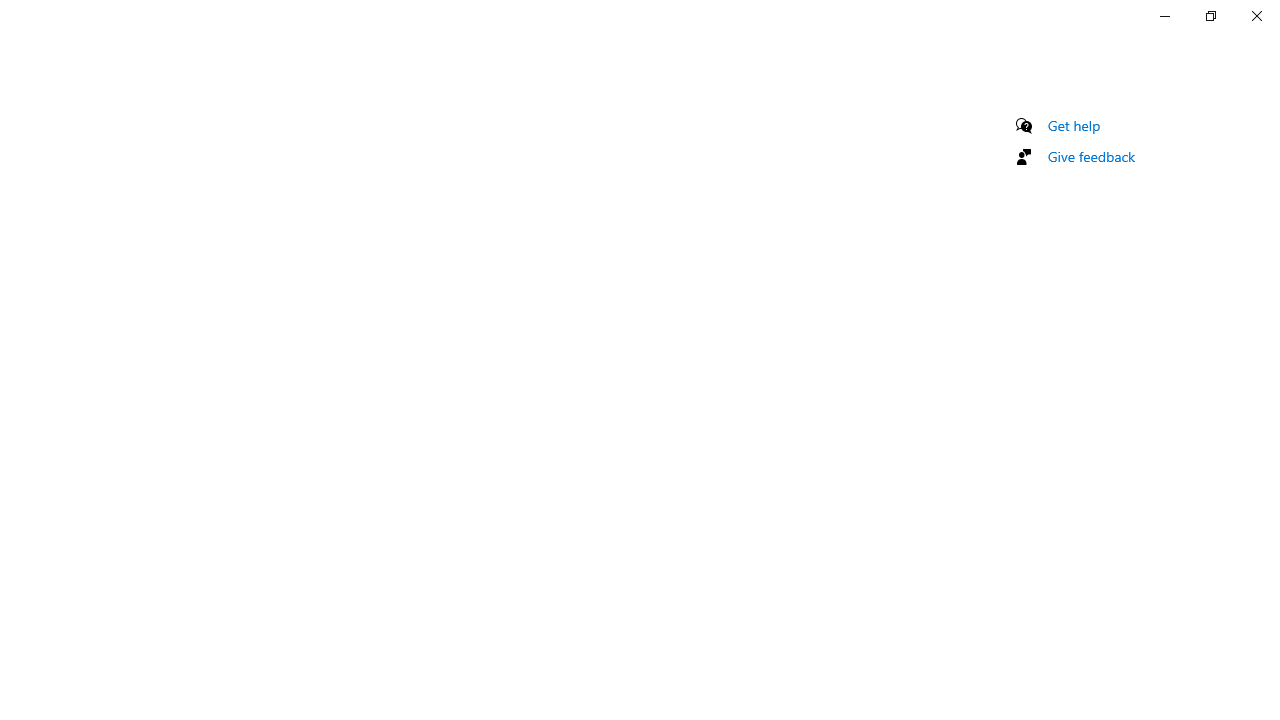 This screenshot has width=1280, height=720. I want to click on 'Restore Settings', so click(1209, 15).